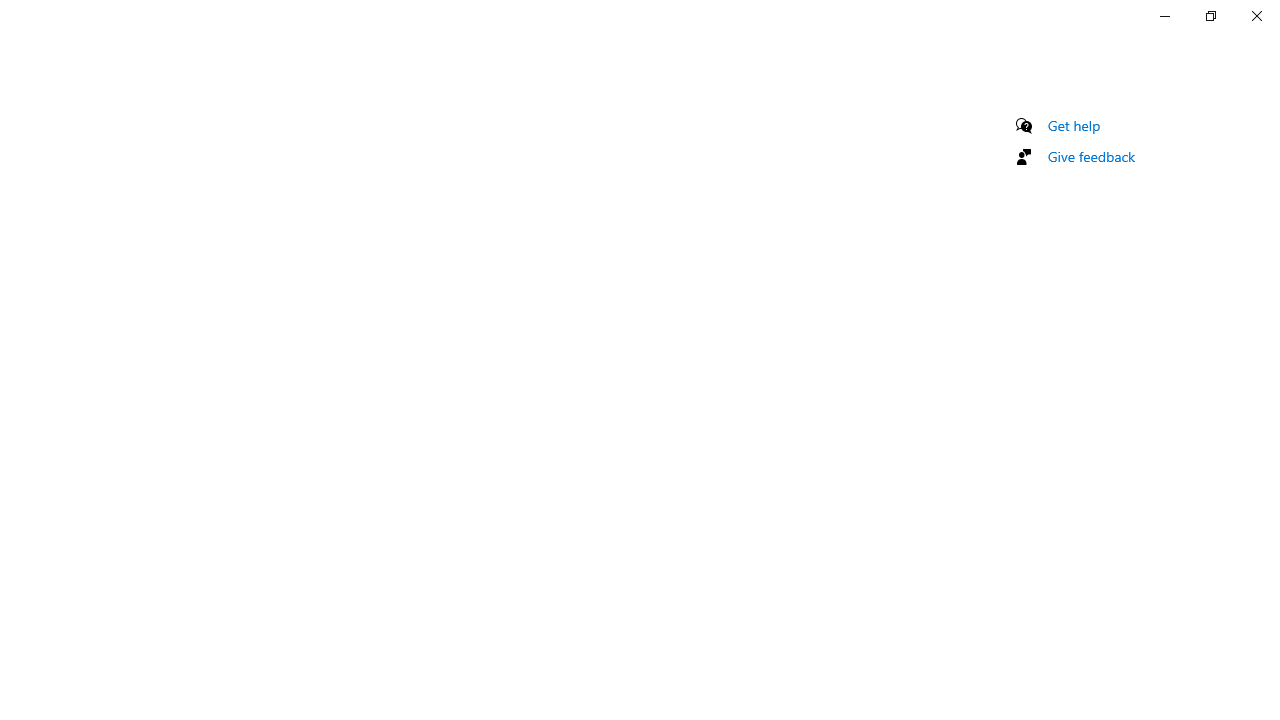 This screenshot has width=1280, height=720. I want to click on 'Restore Settings', so click(1209, 15).